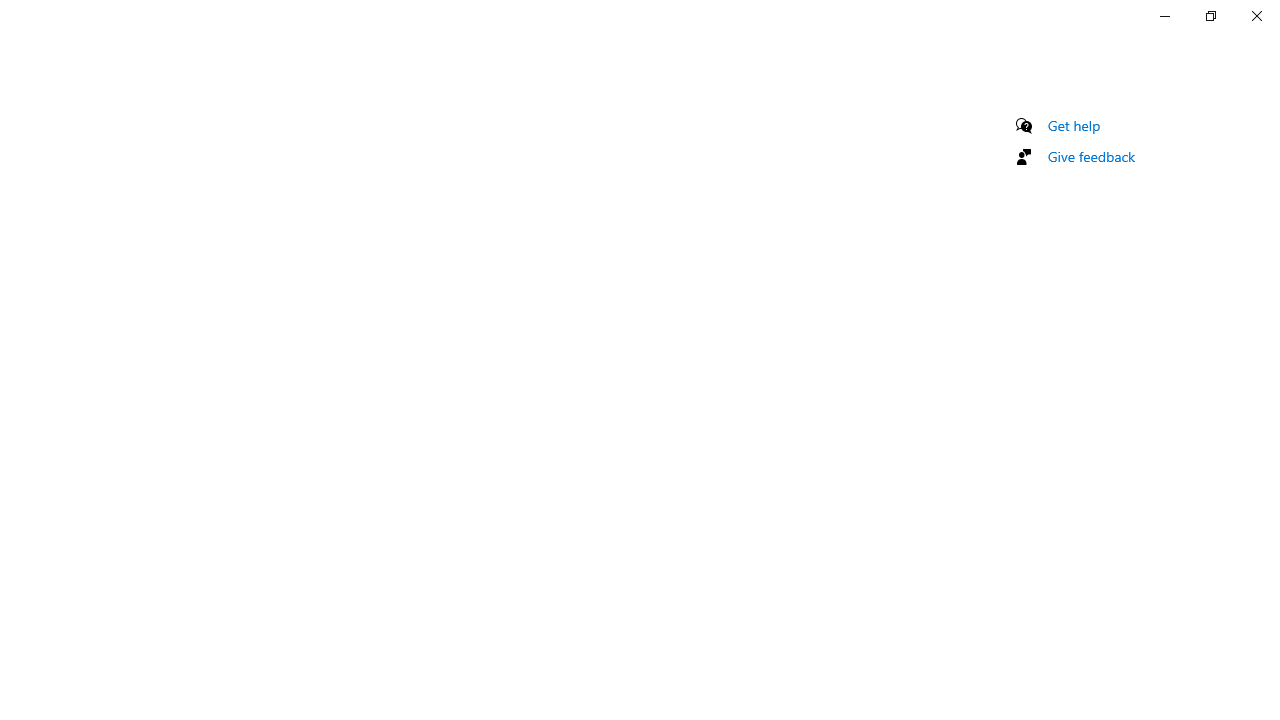 This screenshot has width=1280, height=720. I want to click on 'Restore Settings', so click(1209, 15).